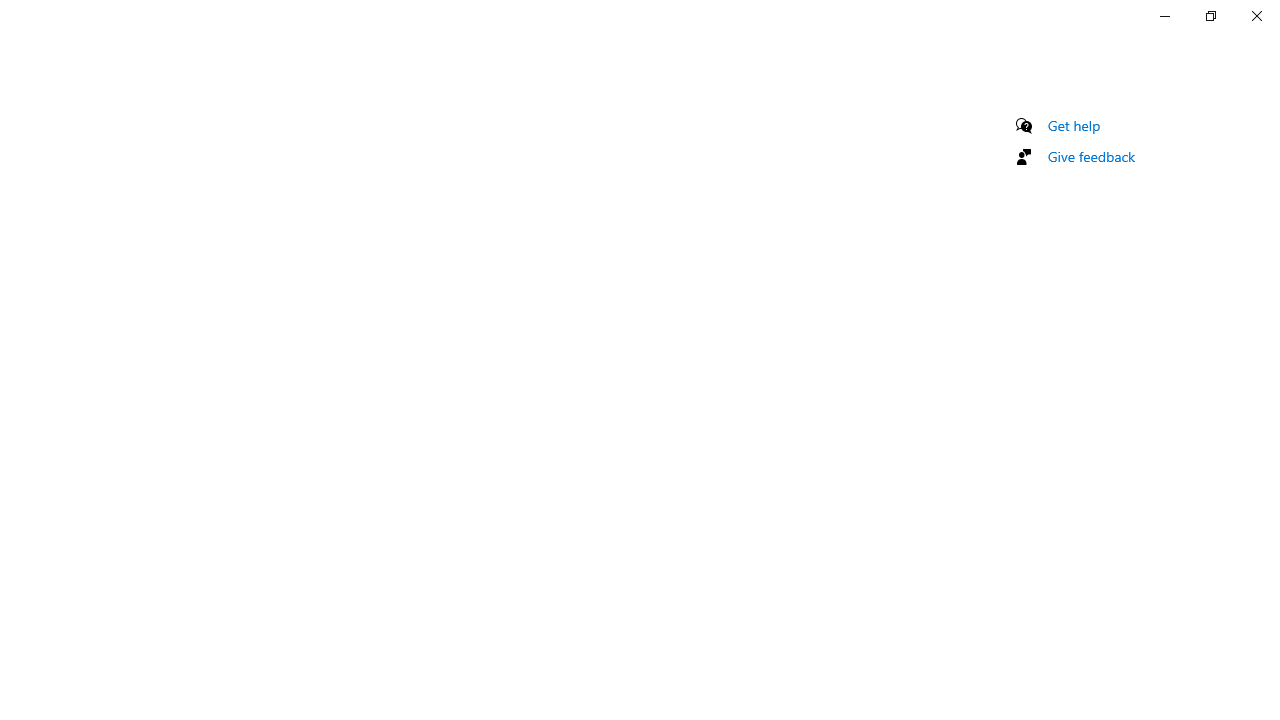 This screenshot has width=1280, height=720. I want to click on 'Restore Settings', so click(1209, 15).